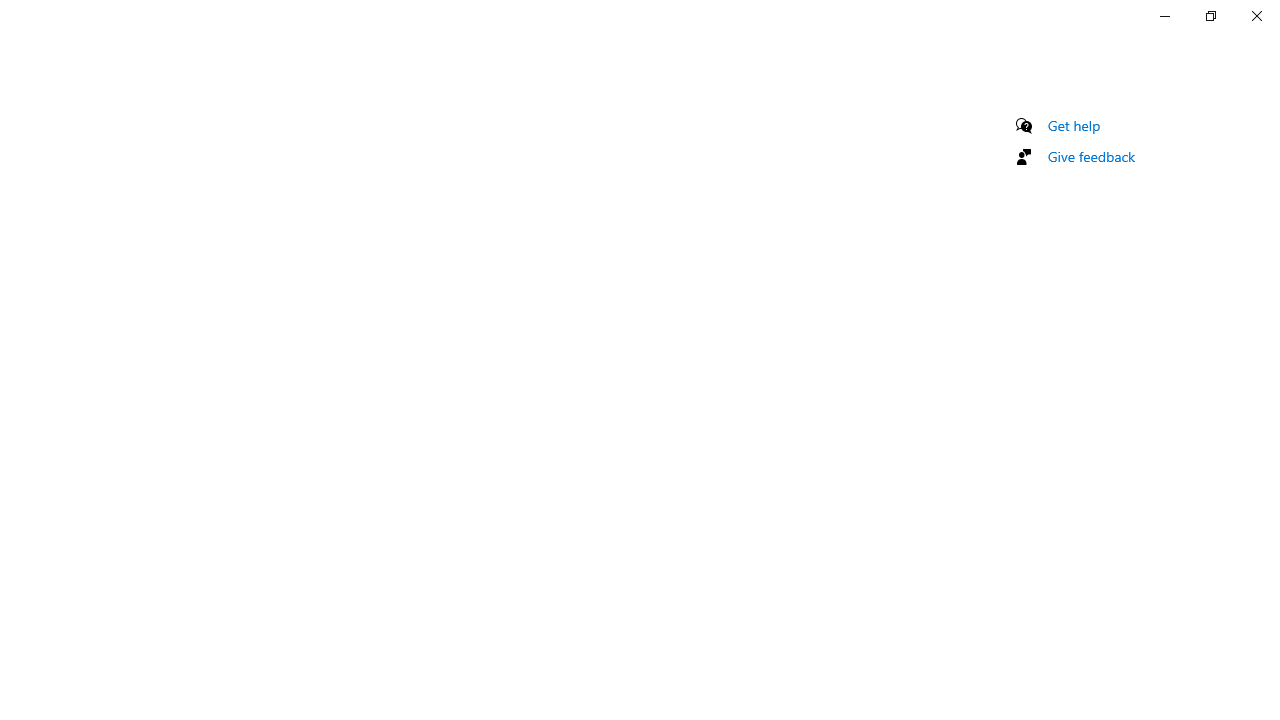 This screenshot has width=1280, height=720. I want to click on 'Restore Settings', so click(1209, 15).